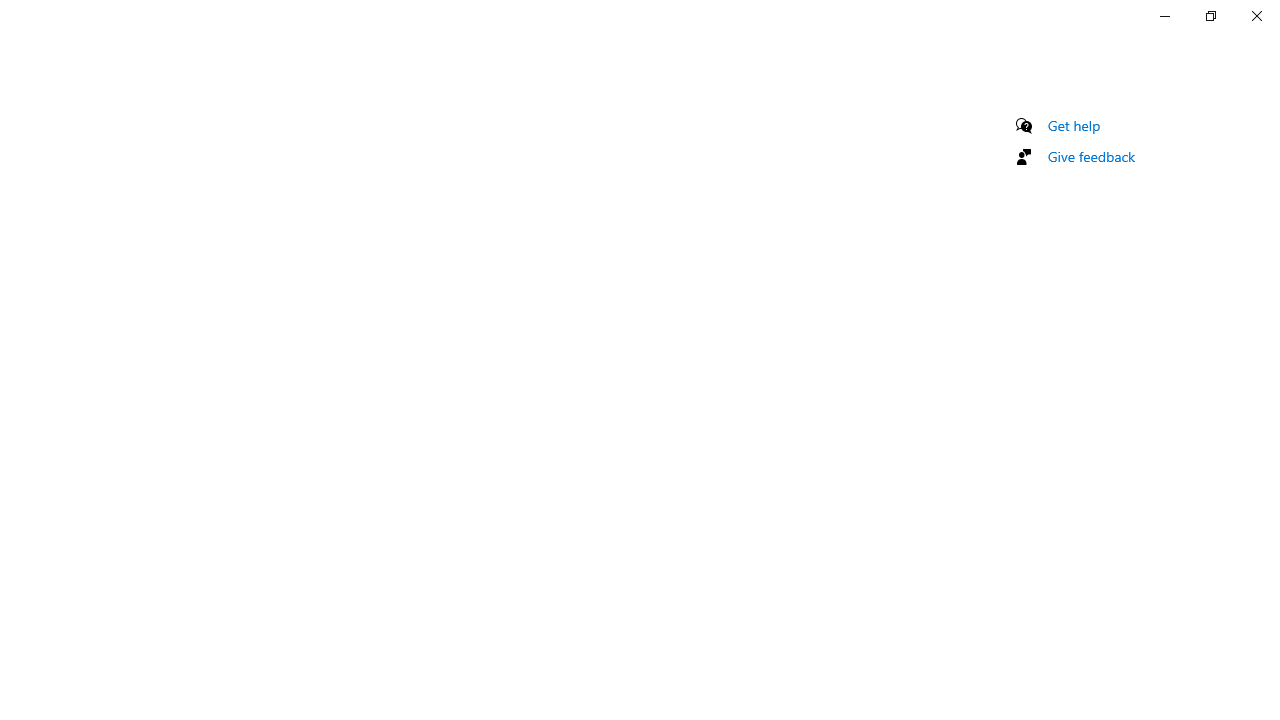 This screenshot has width=1280, height=720. I want to click on 'Restore Settings', so click(1209, 15).